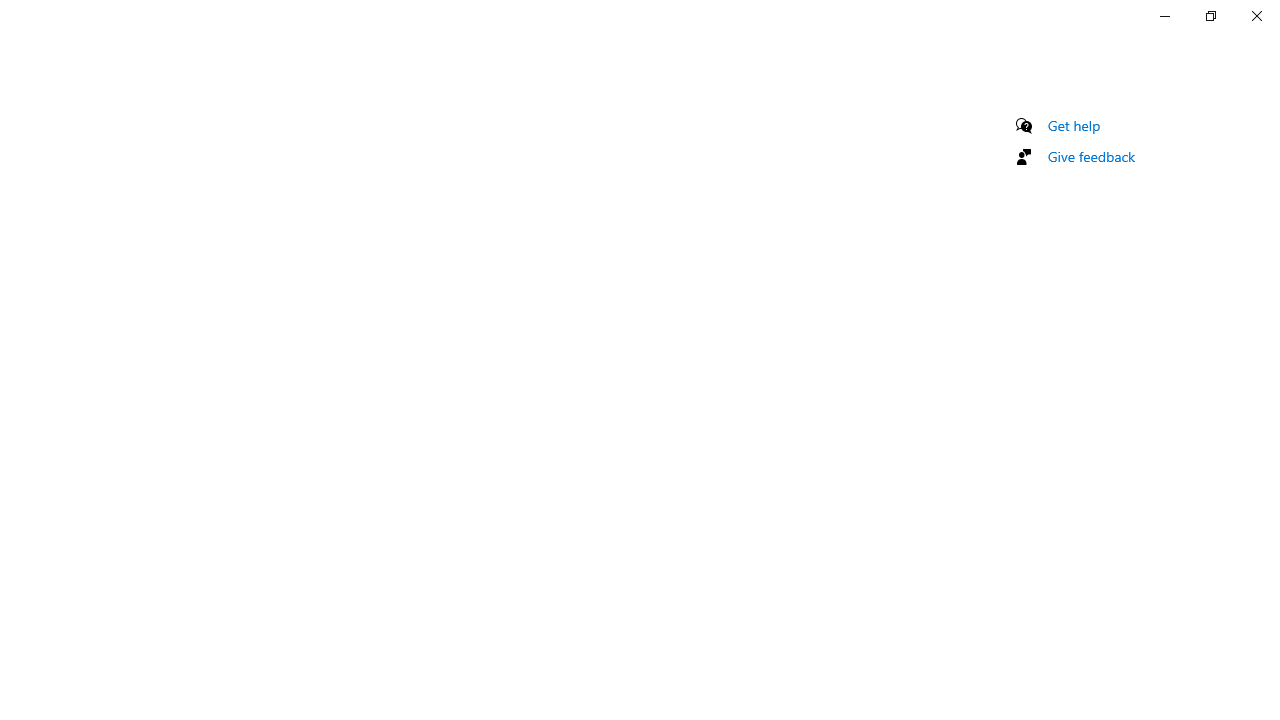 This screenshot has width=1280, height=720. I want to click on 'Restore Settings', so click(1209, 15).